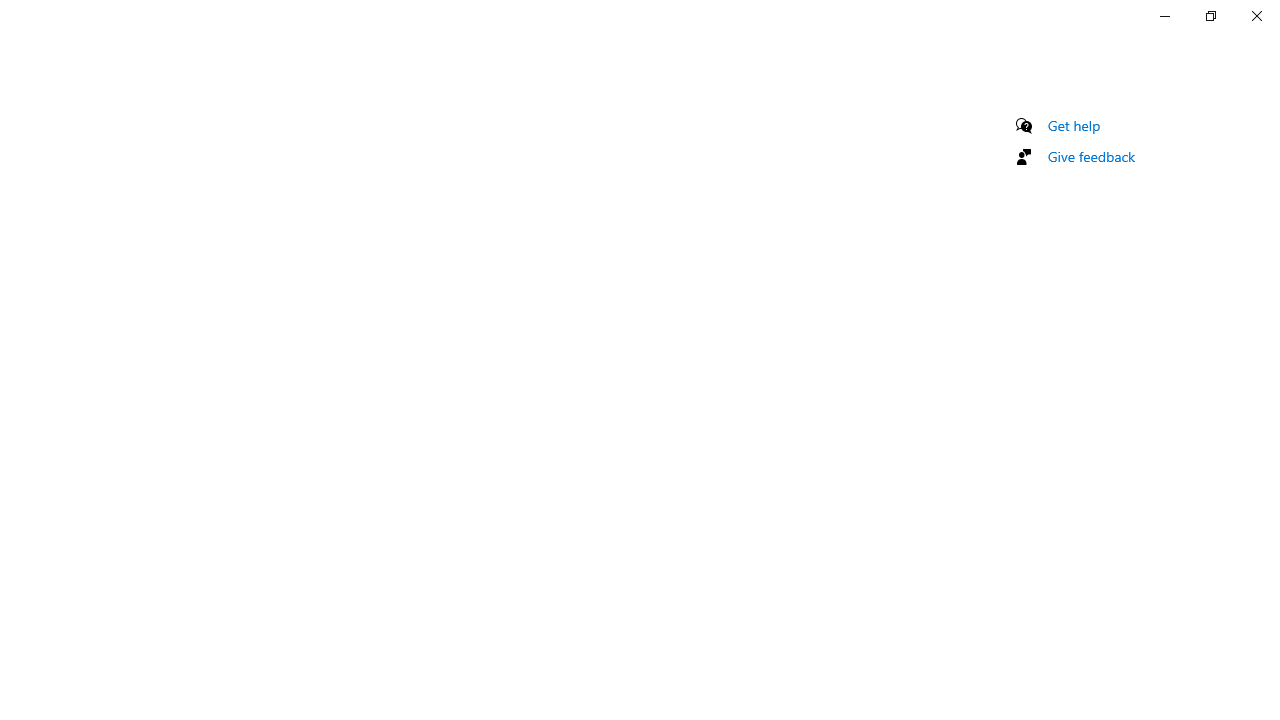 This screenshot has width=1280, height=720. I want to click on 'Restore Settings', so click(1209, 15).